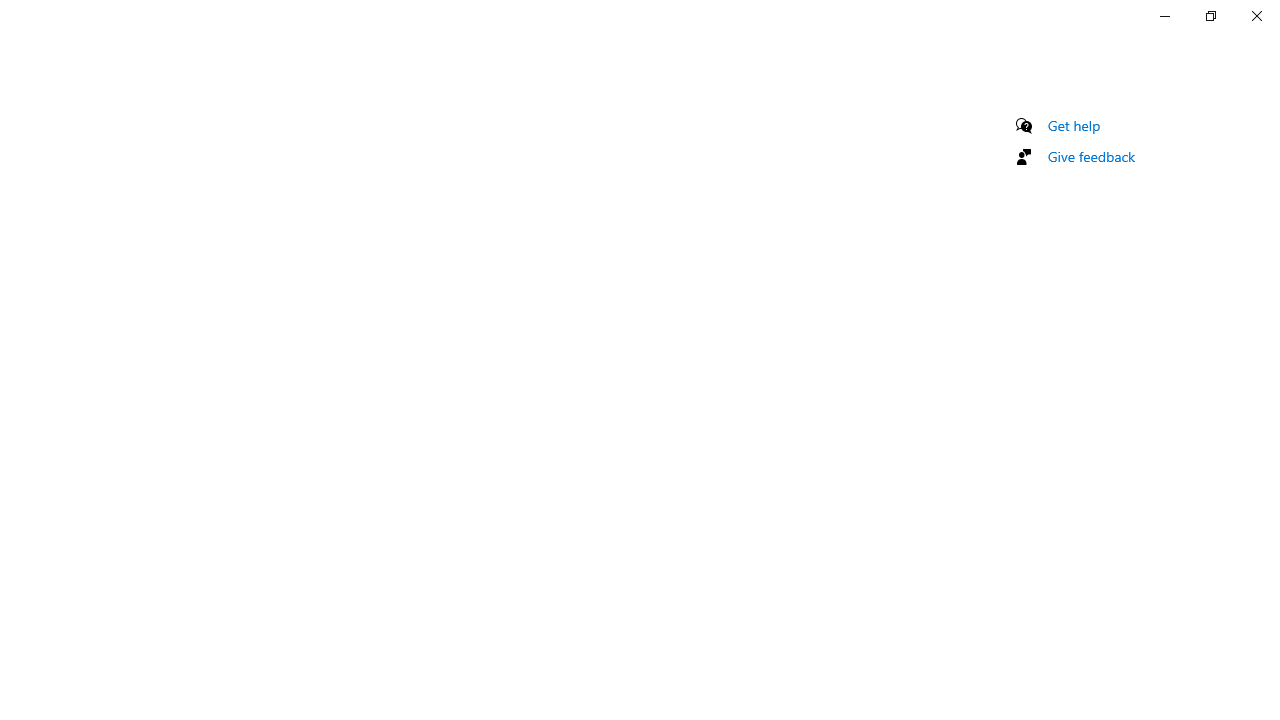 This screenshot has width=1280, height=720. I want to click on 'Restore Settings', so click(1209, 15).